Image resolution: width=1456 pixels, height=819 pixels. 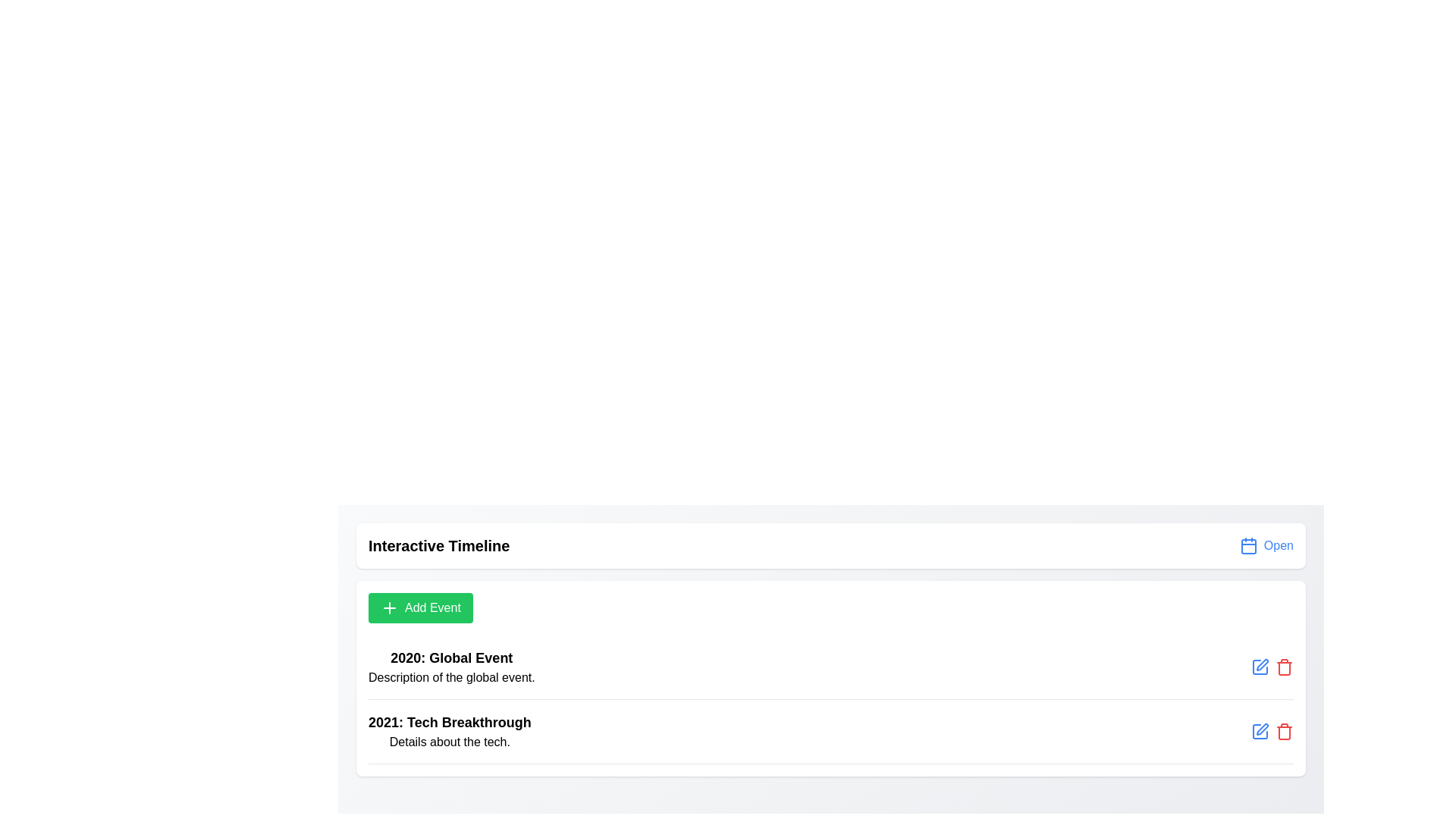 What do you see at coordinates (420, 607) in the screenshot?
I see `the 'Add Event' button to add a new event to the timeline` at bounding box center [420, 607].